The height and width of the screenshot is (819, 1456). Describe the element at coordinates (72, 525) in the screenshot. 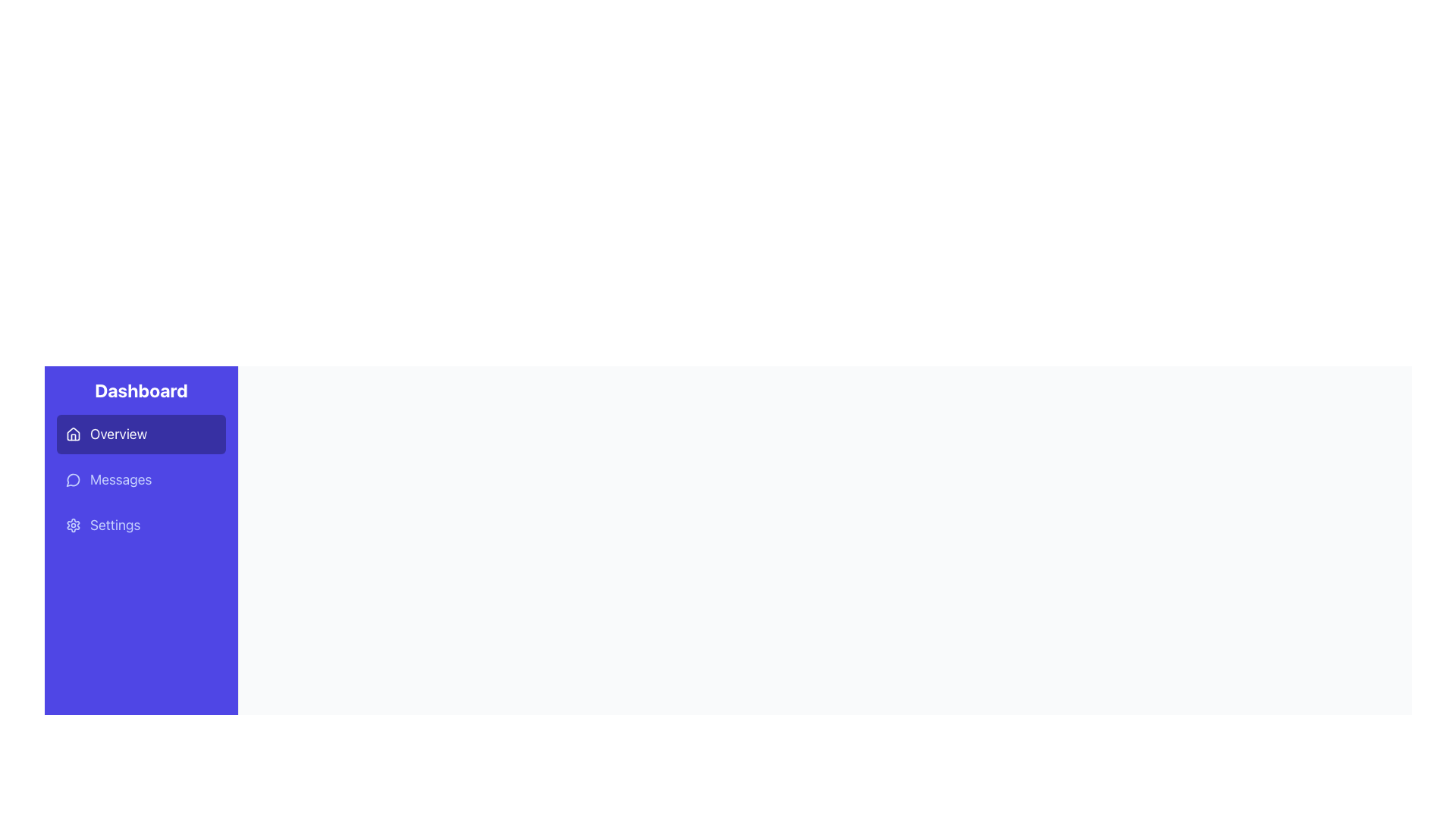

I see `the gear-shaped settings icon located in the sidebar` at that location.